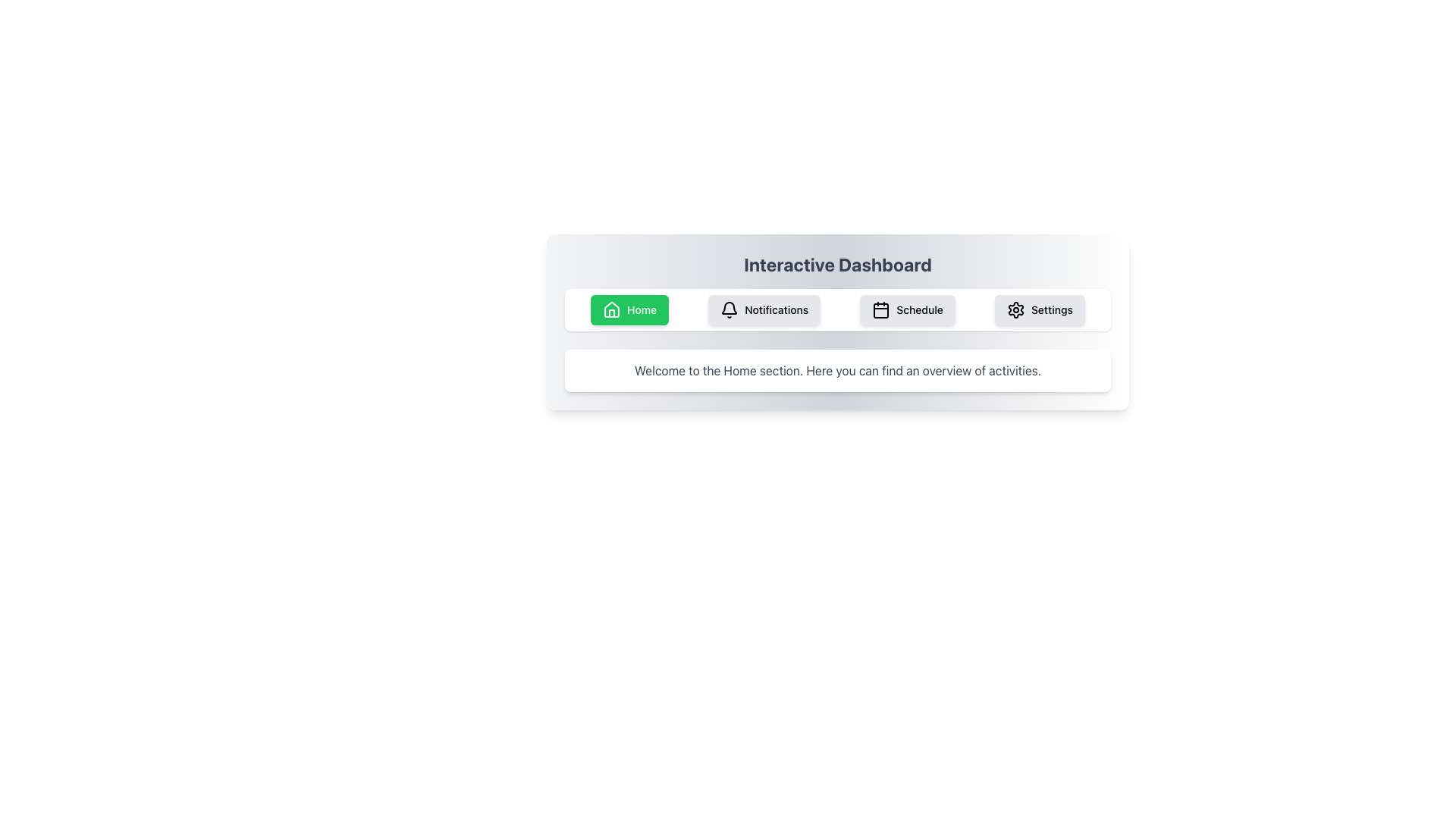  I want to click on the small rectangular icon component with rounded corners, styled in light gray, located within the calendar icon beneath the 'Schedule' title in the navigation bar, so click(881, 309).